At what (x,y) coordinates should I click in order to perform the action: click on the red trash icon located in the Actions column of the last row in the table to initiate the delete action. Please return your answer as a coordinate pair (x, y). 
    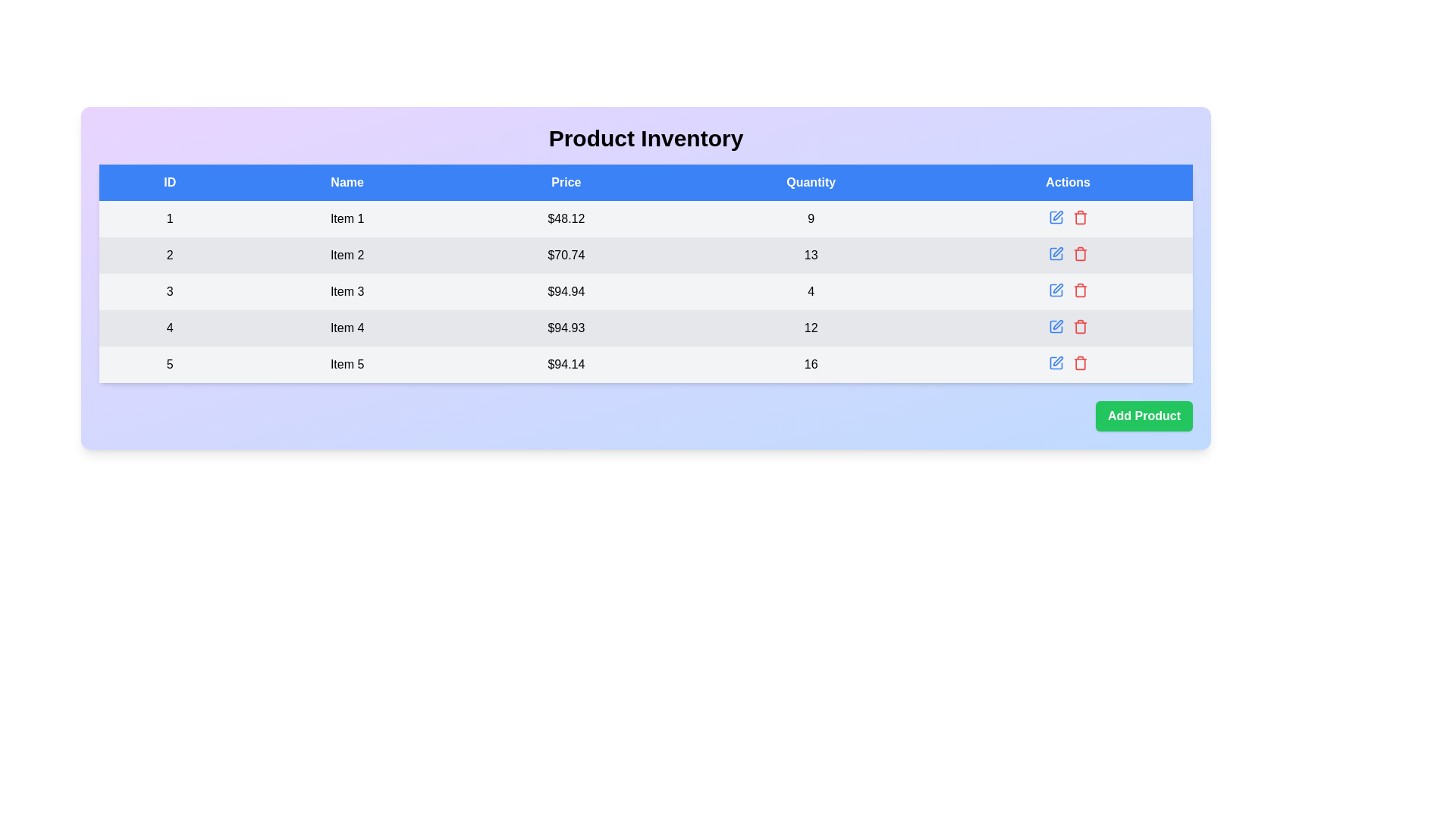
    Looking at the image, I should click on (1079, 362).